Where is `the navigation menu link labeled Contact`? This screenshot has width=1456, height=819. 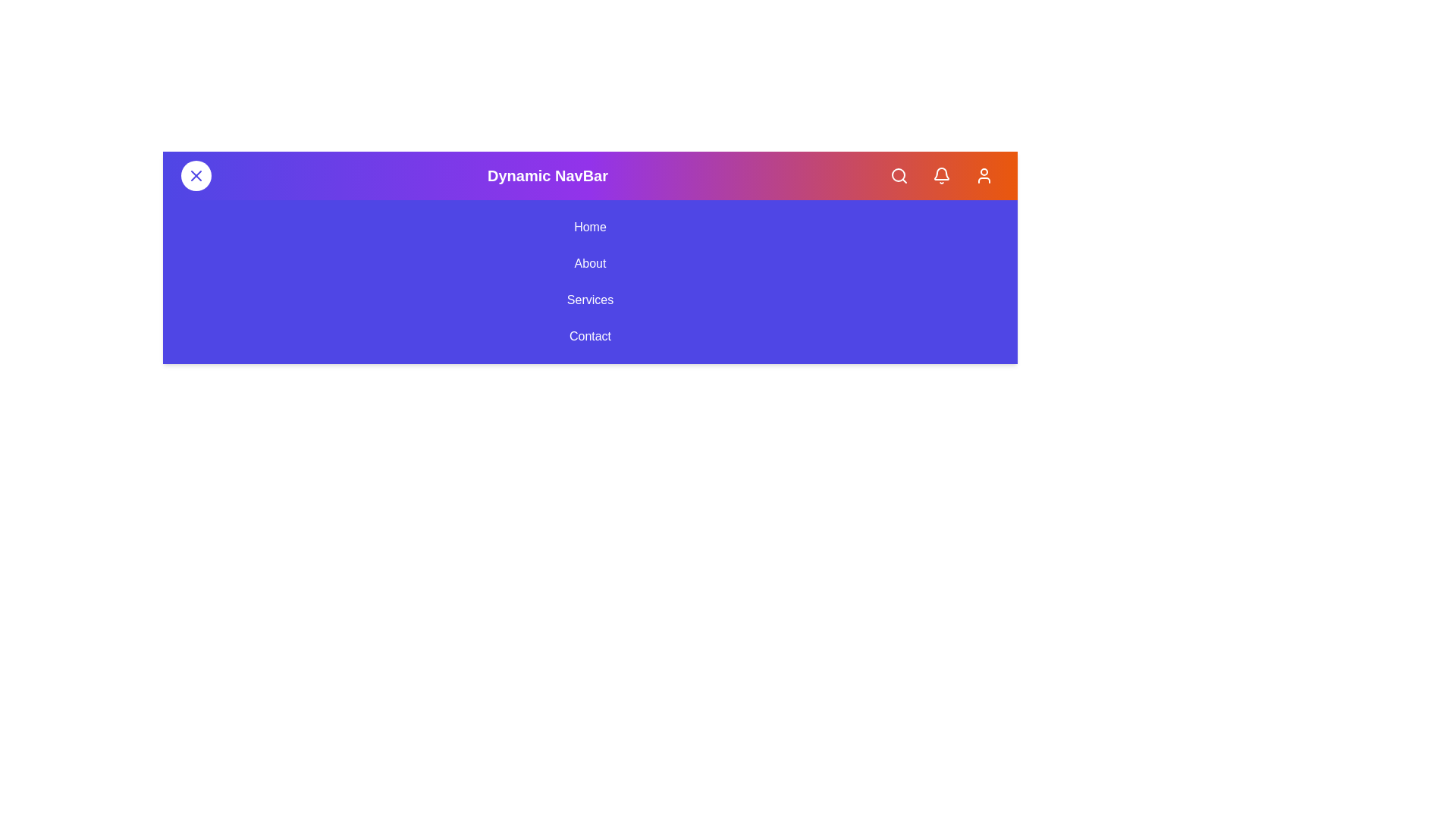
the navigation menu link labeled Contact is located at coordinates (589, 335).